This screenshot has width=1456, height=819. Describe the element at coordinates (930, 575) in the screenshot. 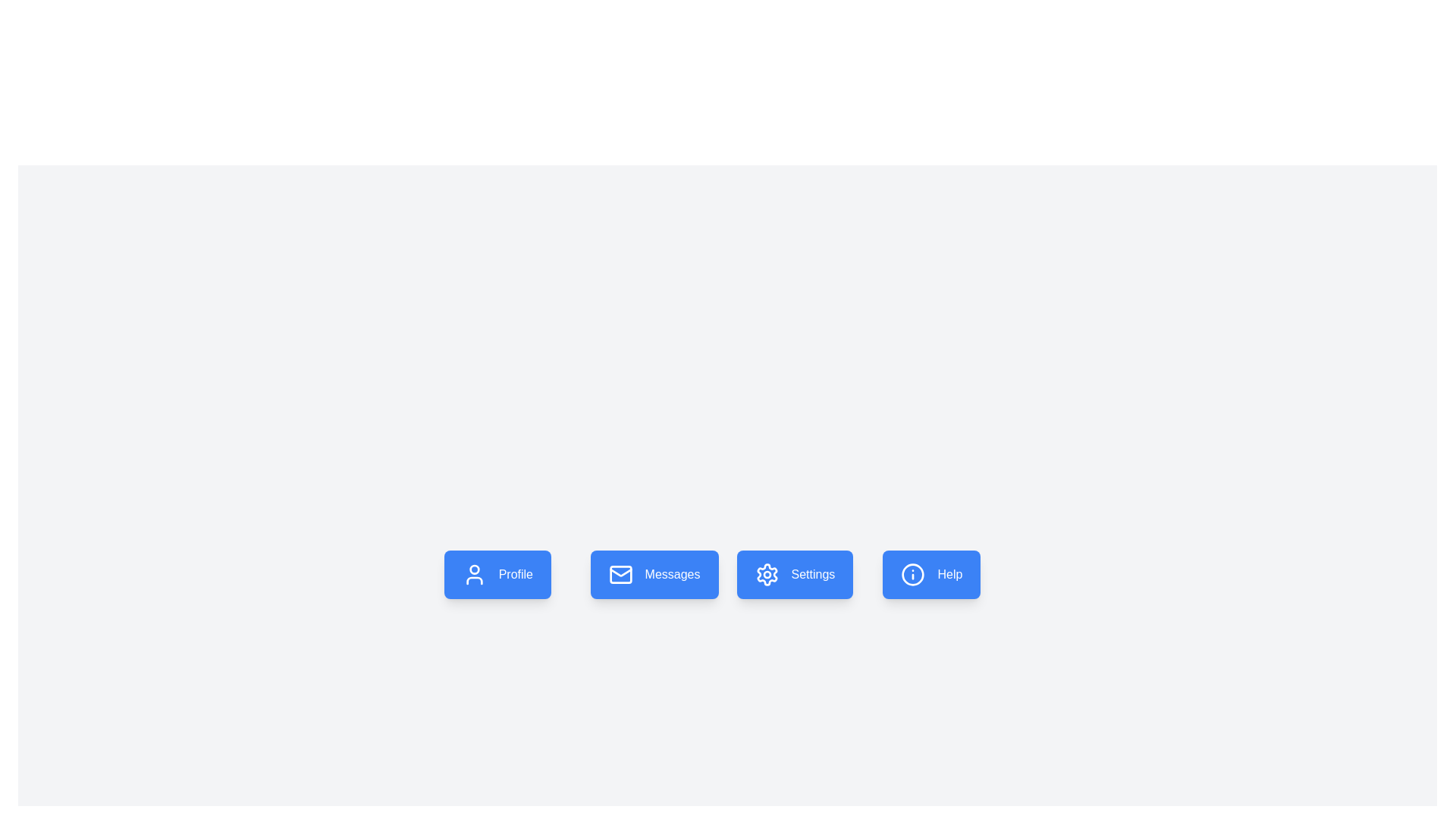

I see `the 'Help' button located at the bottom-center of the interface` at that location.